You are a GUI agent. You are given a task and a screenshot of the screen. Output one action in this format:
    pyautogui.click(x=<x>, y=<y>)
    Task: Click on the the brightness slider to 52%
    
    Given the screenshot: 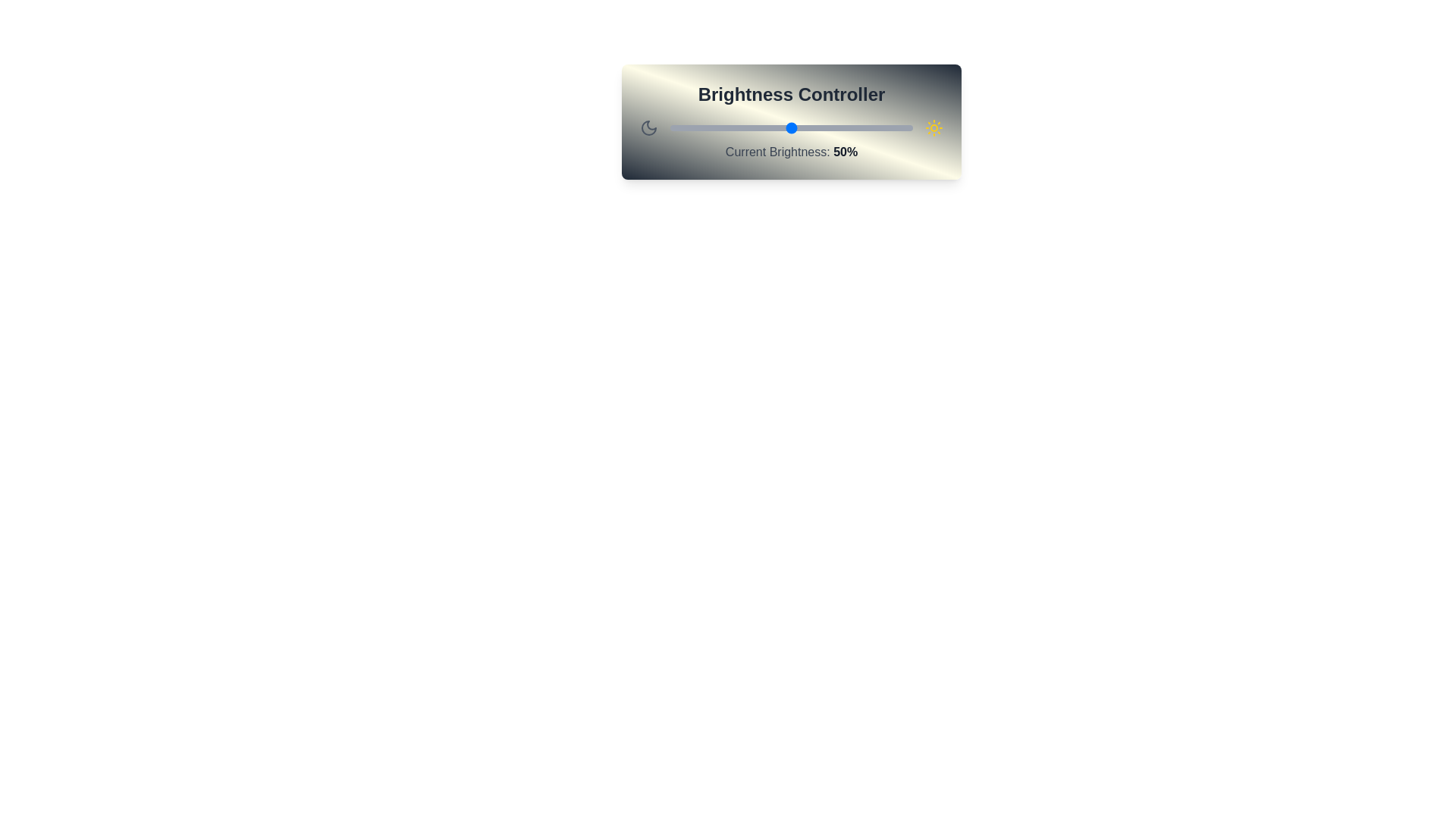 What is the action you would take?
    pyautogui.click(x=795, y=127)
    